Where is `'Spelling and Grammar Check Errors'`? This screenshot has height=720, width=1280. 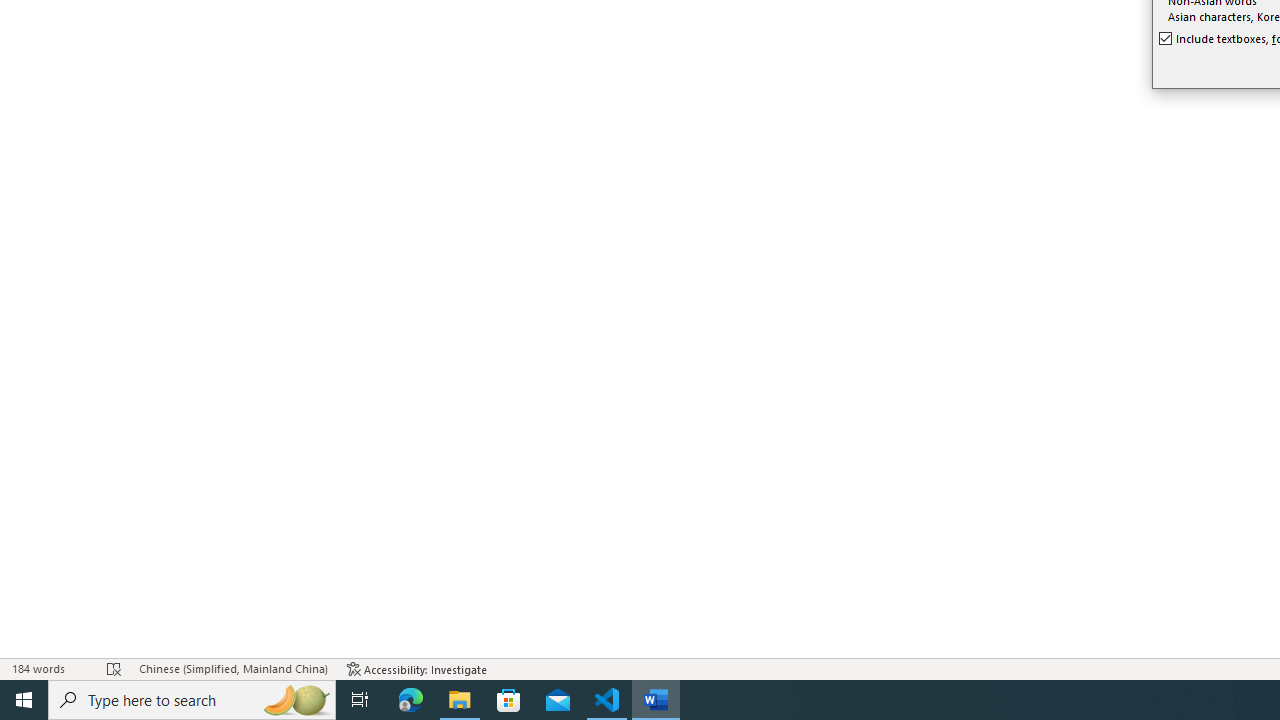 'Spelling and Grammar Check Errors' is located at coordinates (113, 669).